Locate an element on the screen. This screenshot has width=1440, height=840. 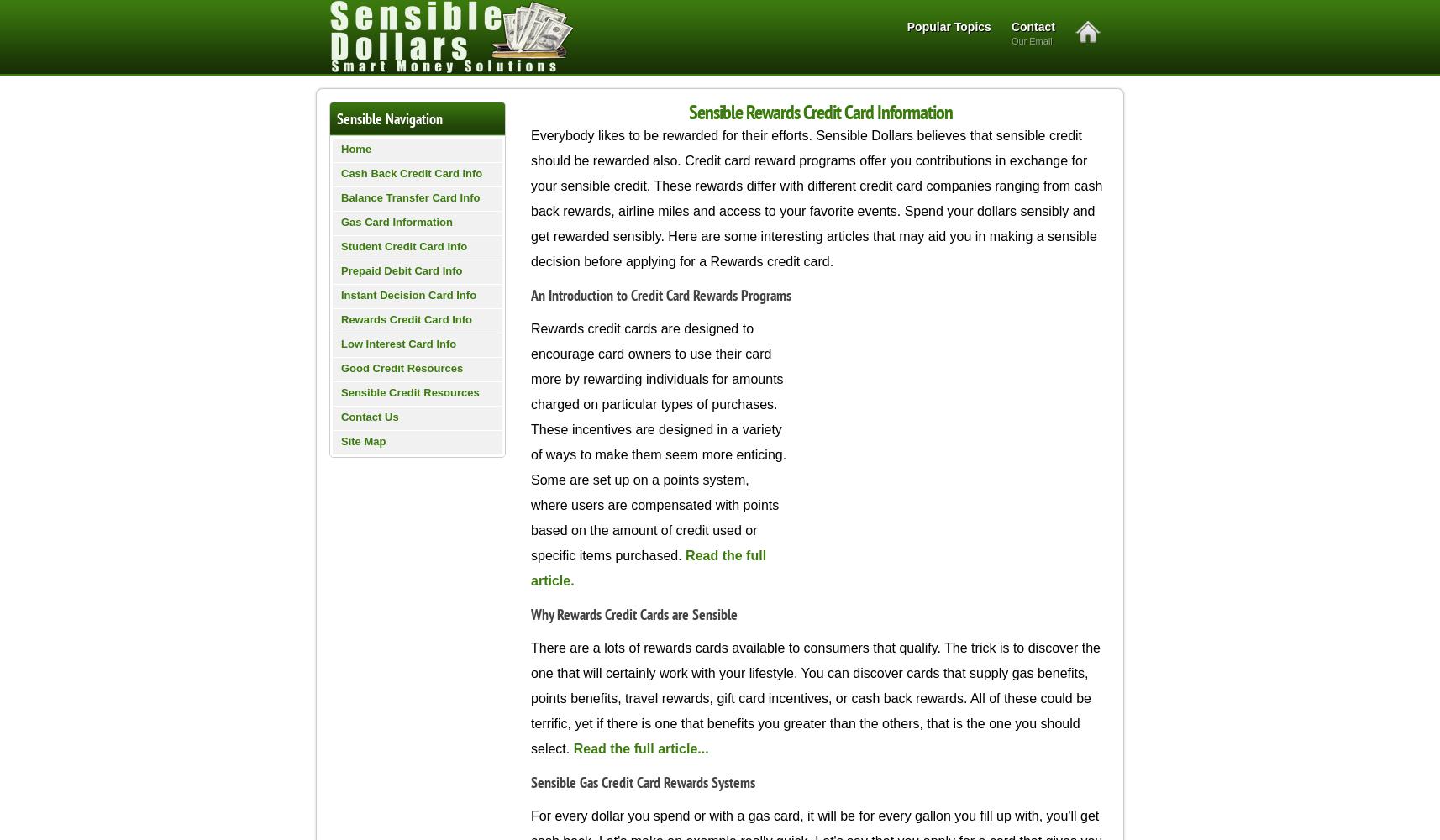
'Contact' is located at coordinates (1032, 27).